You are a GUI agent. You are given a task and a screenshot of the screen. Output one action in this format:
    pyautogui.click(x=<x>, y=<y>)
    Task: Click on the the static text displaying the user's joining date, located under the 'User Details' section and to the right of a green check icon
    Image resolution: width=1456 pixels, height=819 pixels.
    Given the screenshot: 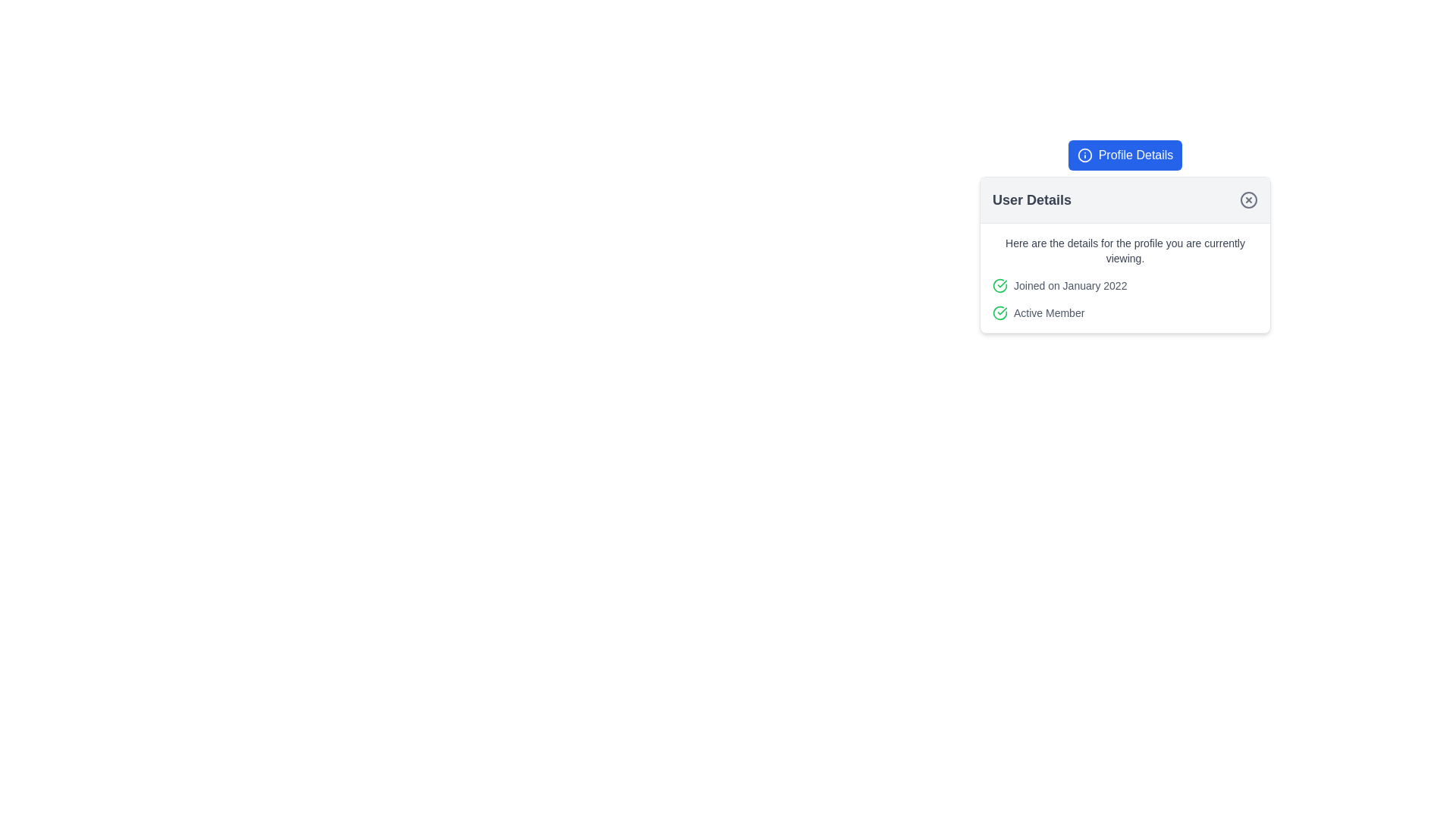 What is the action you would take?
    pyautogui.click(x=1069, y=286)
    